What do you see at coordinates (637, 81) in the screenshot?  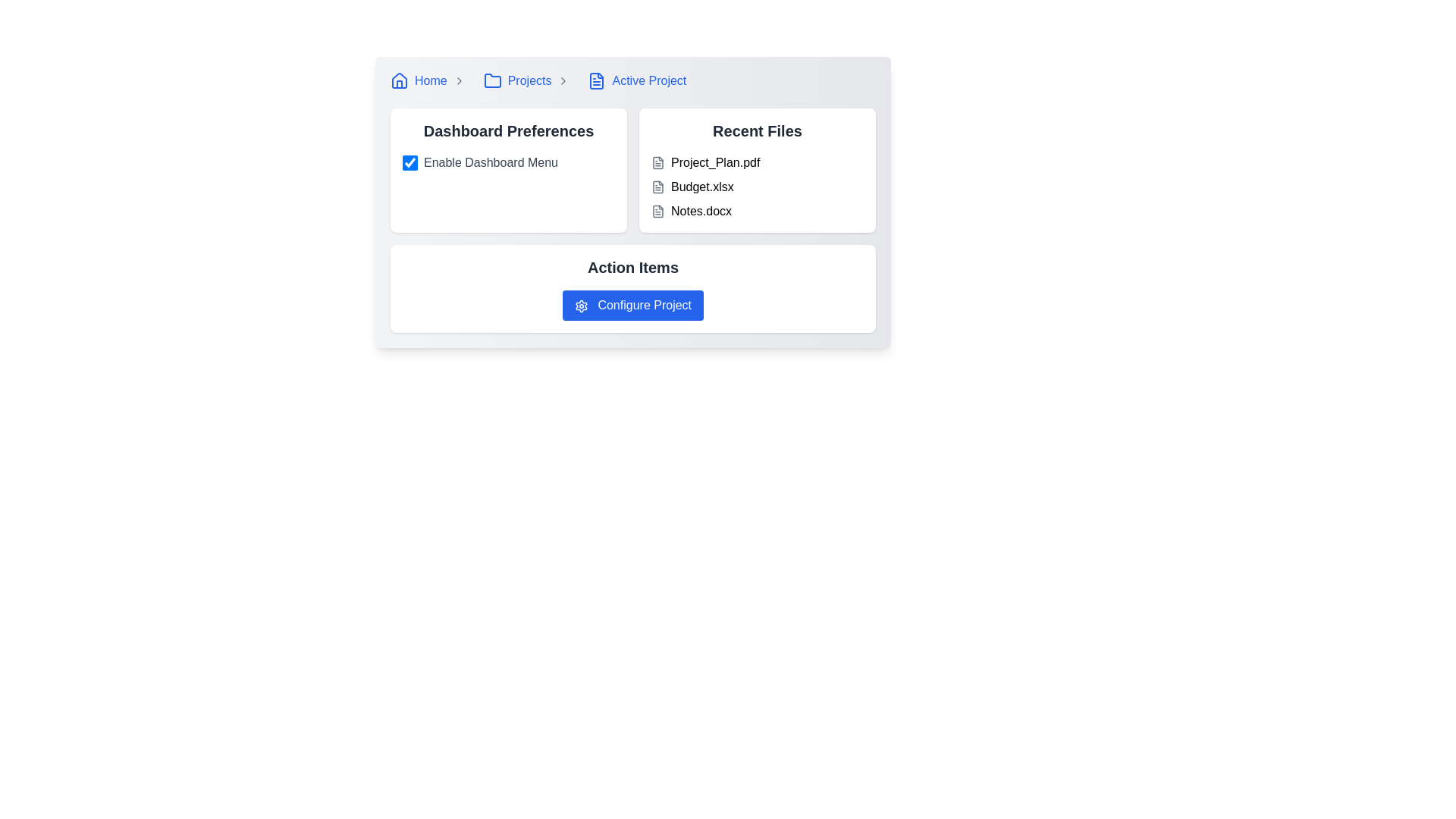 I see `the third item in the breadcrumb navigation that represents the current active project, located to the right of 'Projects'` at bounding box center [637, 81].